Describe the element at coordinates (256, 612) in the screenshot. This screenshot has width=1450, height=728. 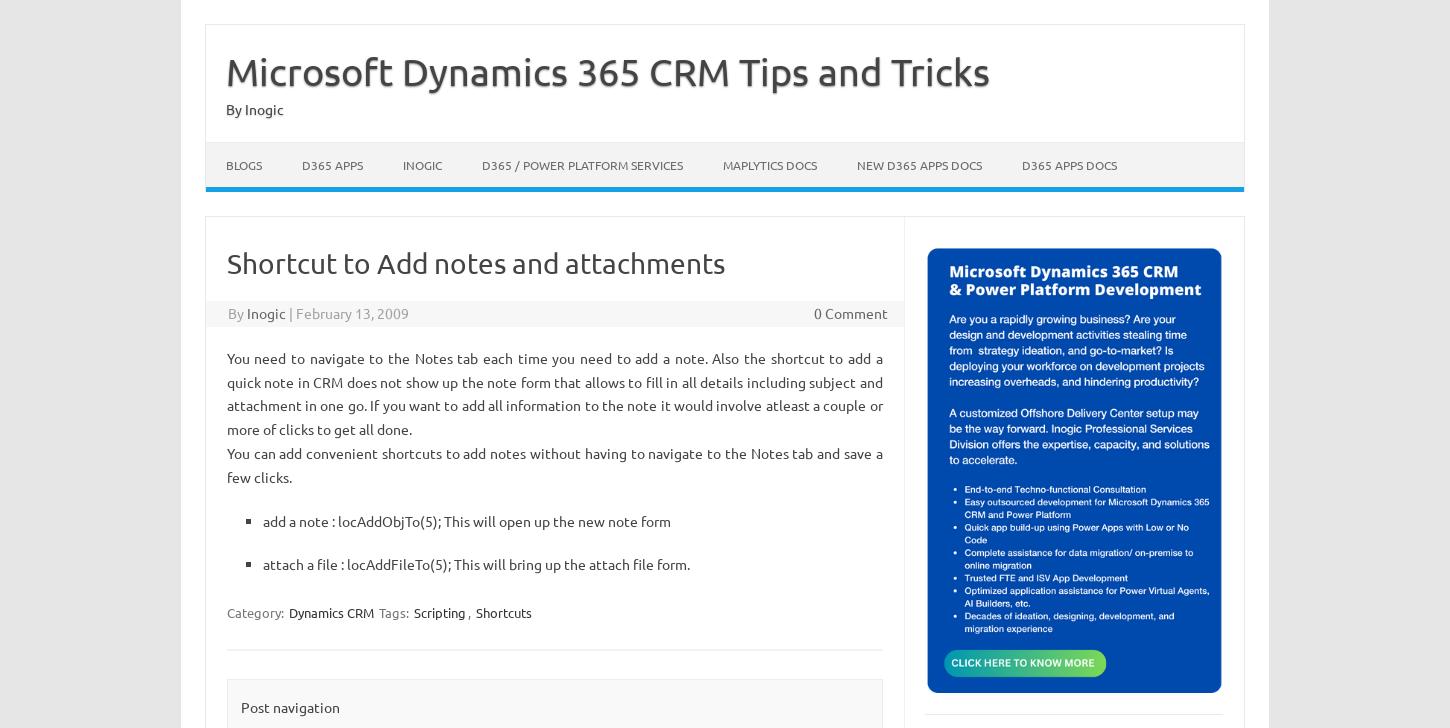
I see `'Category:'` at that location.